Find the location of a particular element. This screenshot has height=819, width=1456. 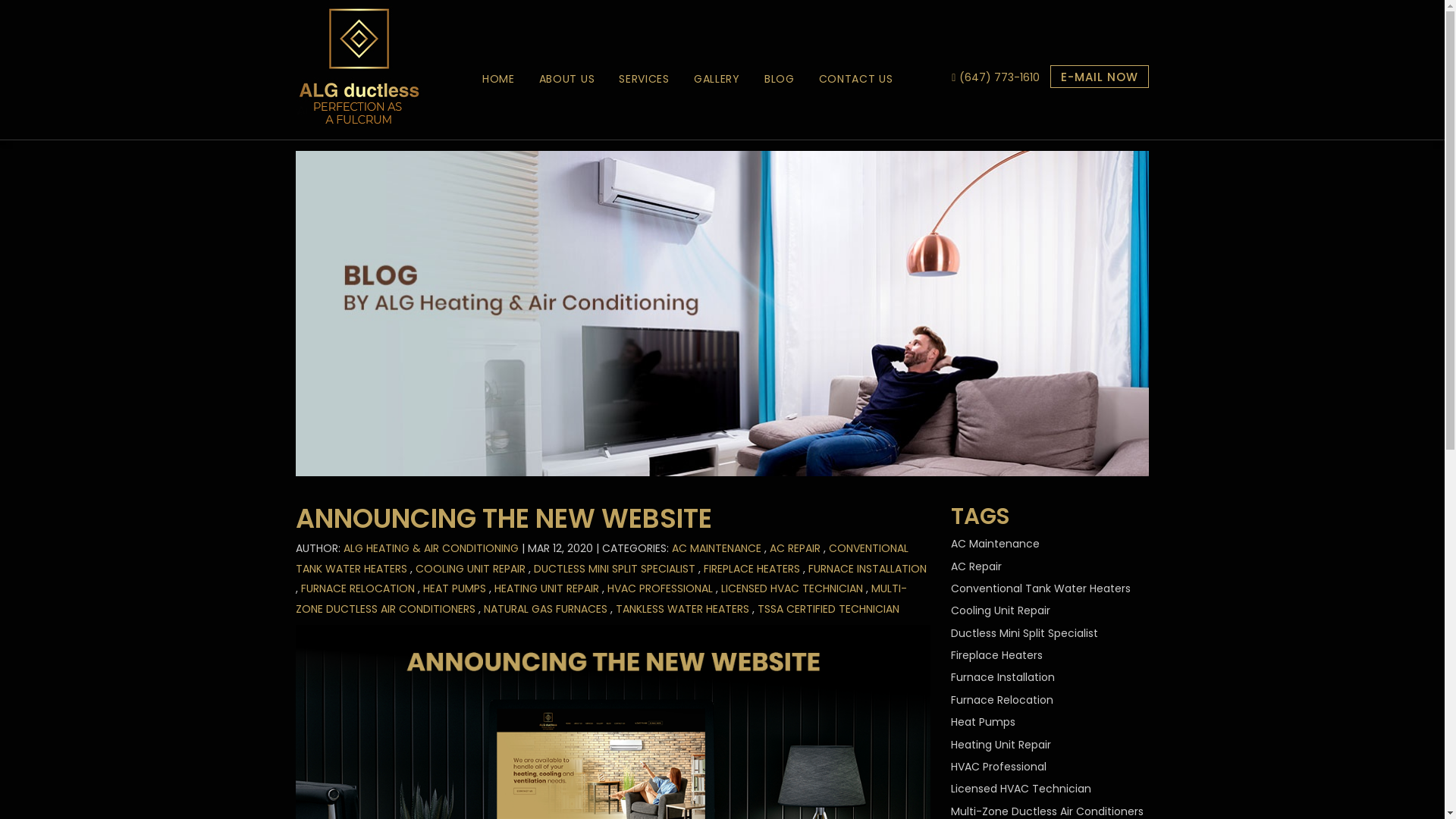

'HVAC PROFESSIONAL' is located at coordinates (607, 587).